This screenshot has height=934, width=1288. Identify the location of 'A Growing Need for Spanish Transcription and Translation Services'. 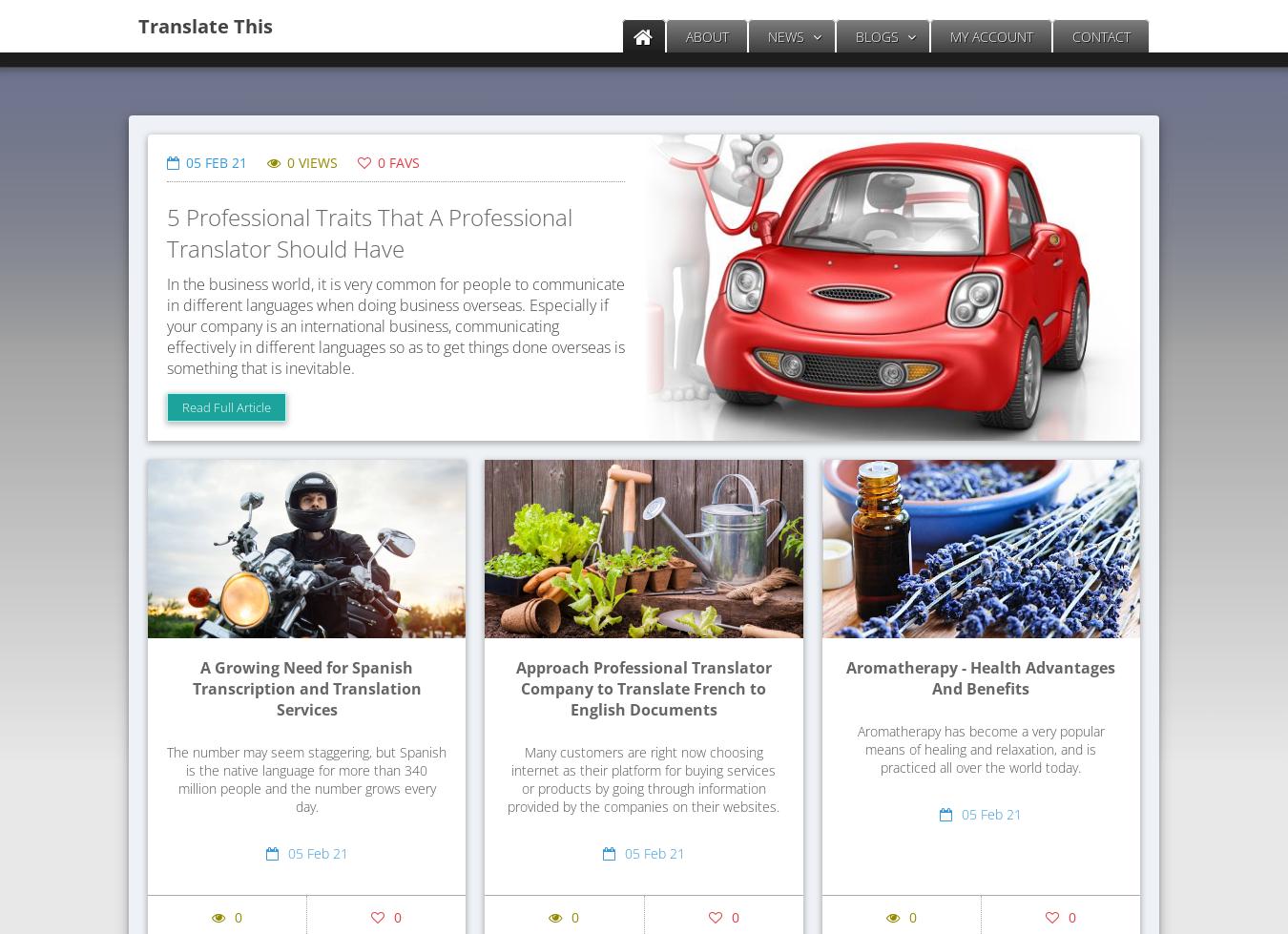
(192, 688).